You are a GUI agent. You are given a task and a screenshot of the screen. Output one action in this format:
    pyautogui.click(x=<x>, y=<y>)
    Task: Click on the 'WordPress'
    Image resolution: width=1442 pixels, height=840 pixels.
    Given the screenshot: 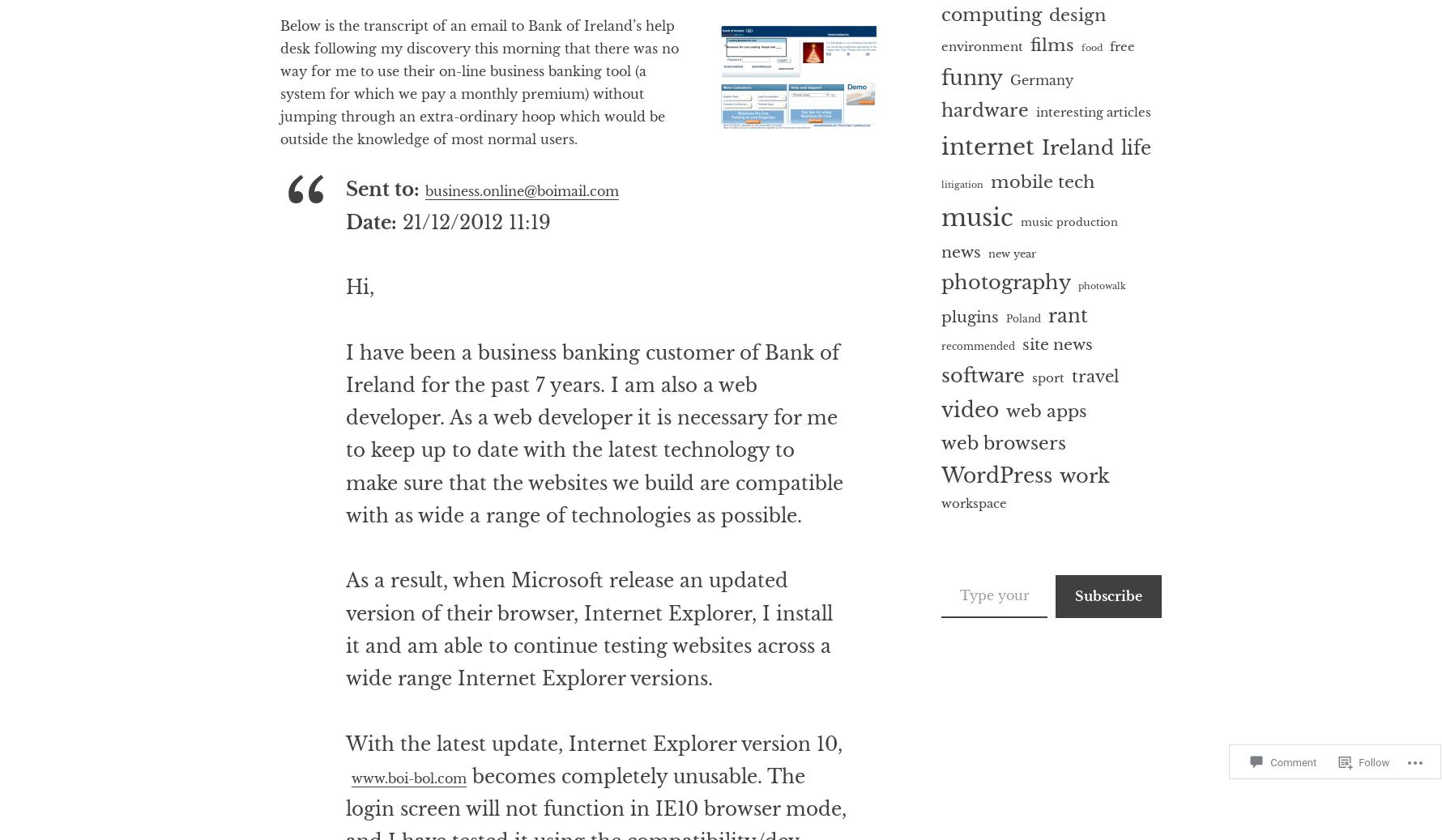 What is the action you would take?
    pyautogui.click(x=996, y=475)
    